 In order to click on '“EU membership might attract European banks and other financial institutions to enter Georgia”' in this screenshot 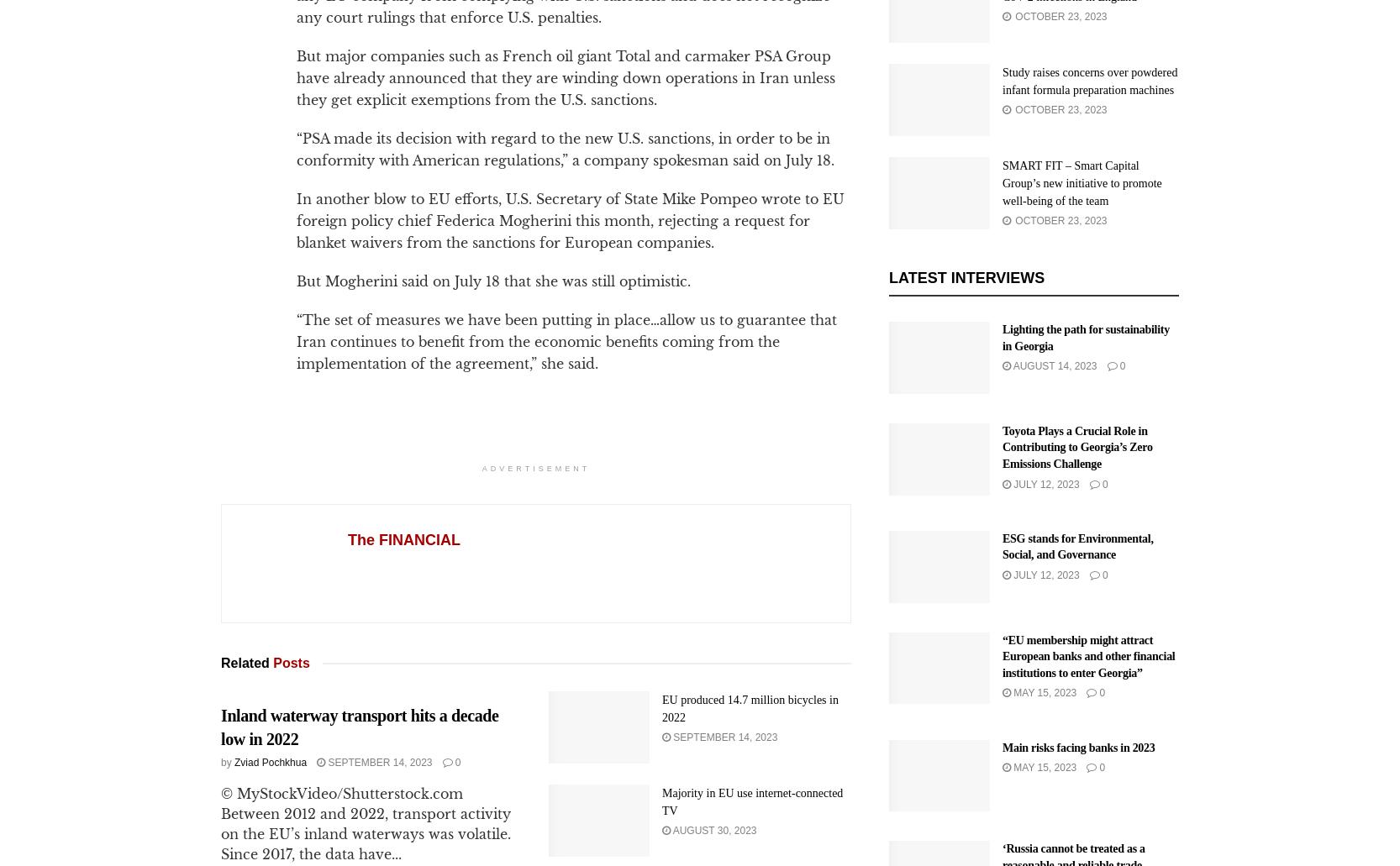, I will do `click(1003, 654)`.